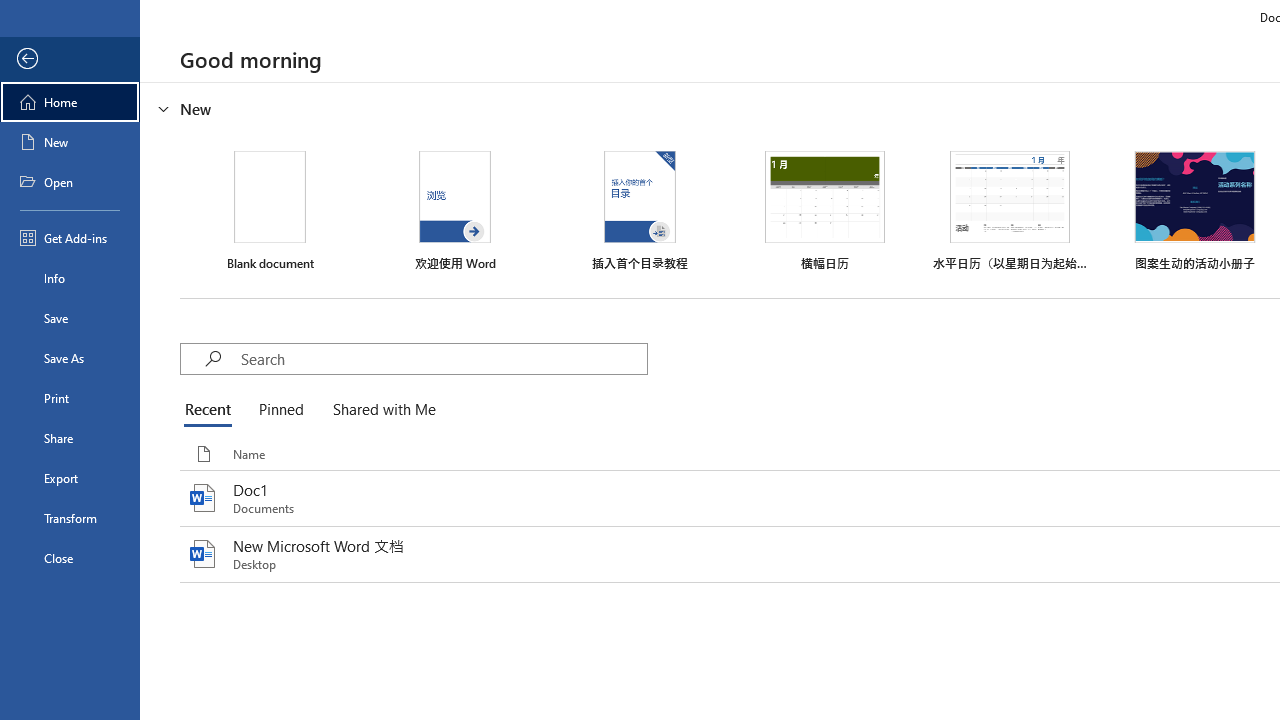 The width and height of the screenshot is (1280, 720). Describe the element at coordinates (69, 356) in the screenshot. I see `'Save As'` at that location.